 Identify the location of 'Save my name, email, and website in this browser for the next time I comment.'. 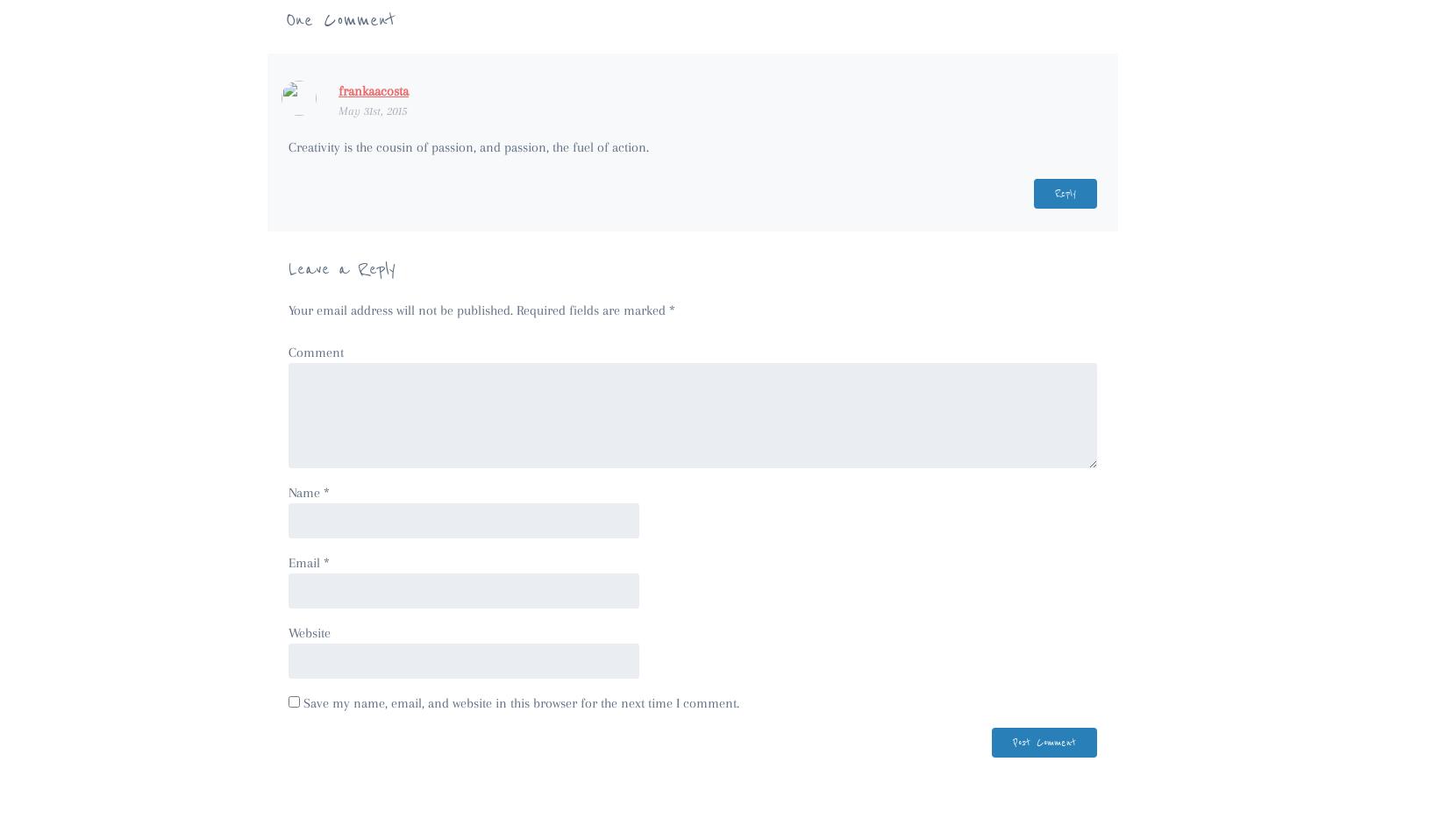
(520, 701).